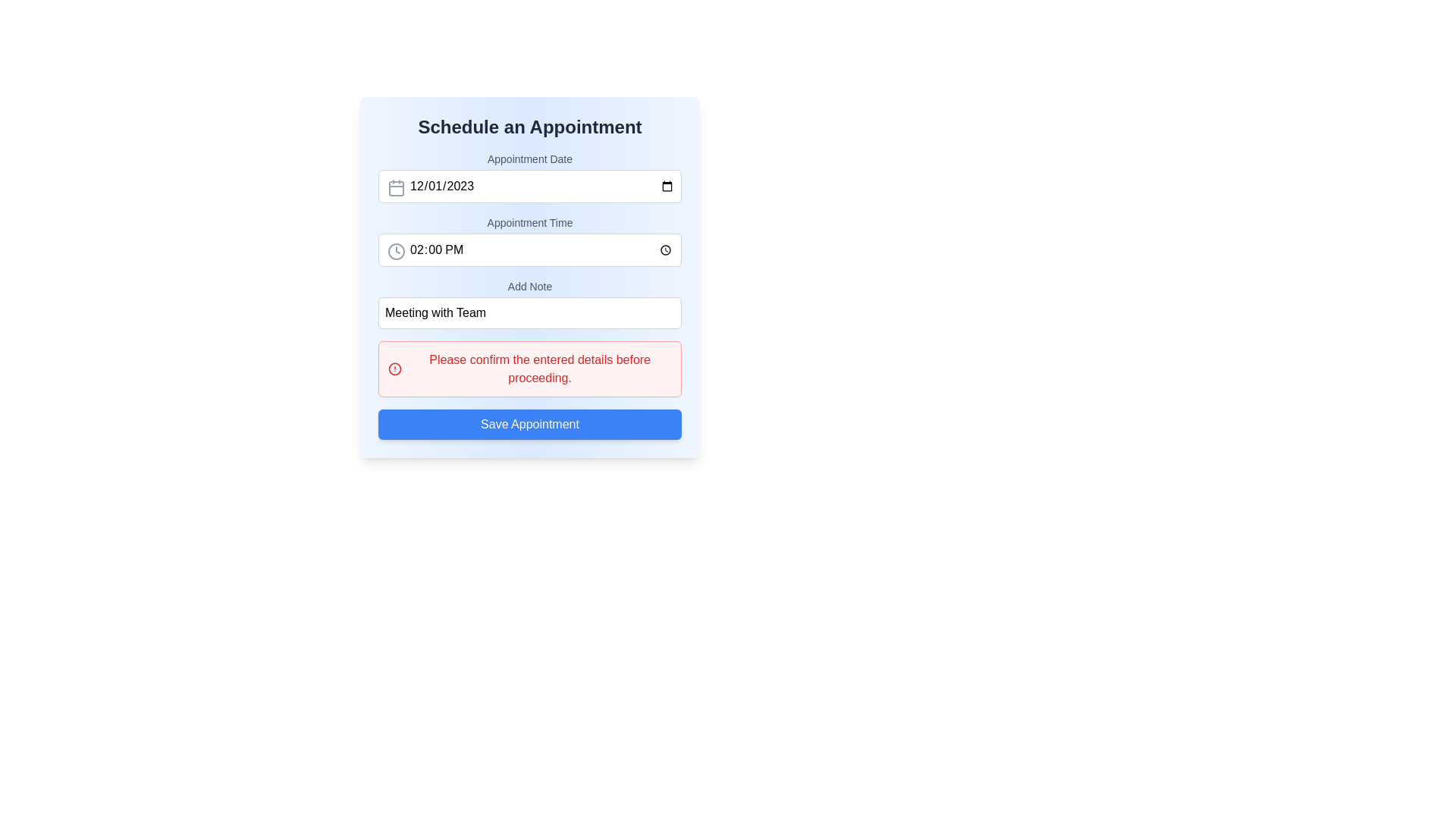 Image resolution: width=1456 pixels, height=819 pixels. What do you see at coordinates (397, 250) in the screenshot?
I see `the SVG circle that serves as the outer boundary of the clock icon representing the Appointment Time field, located near the top-left corner of the field` at bounding box center [397, 250].